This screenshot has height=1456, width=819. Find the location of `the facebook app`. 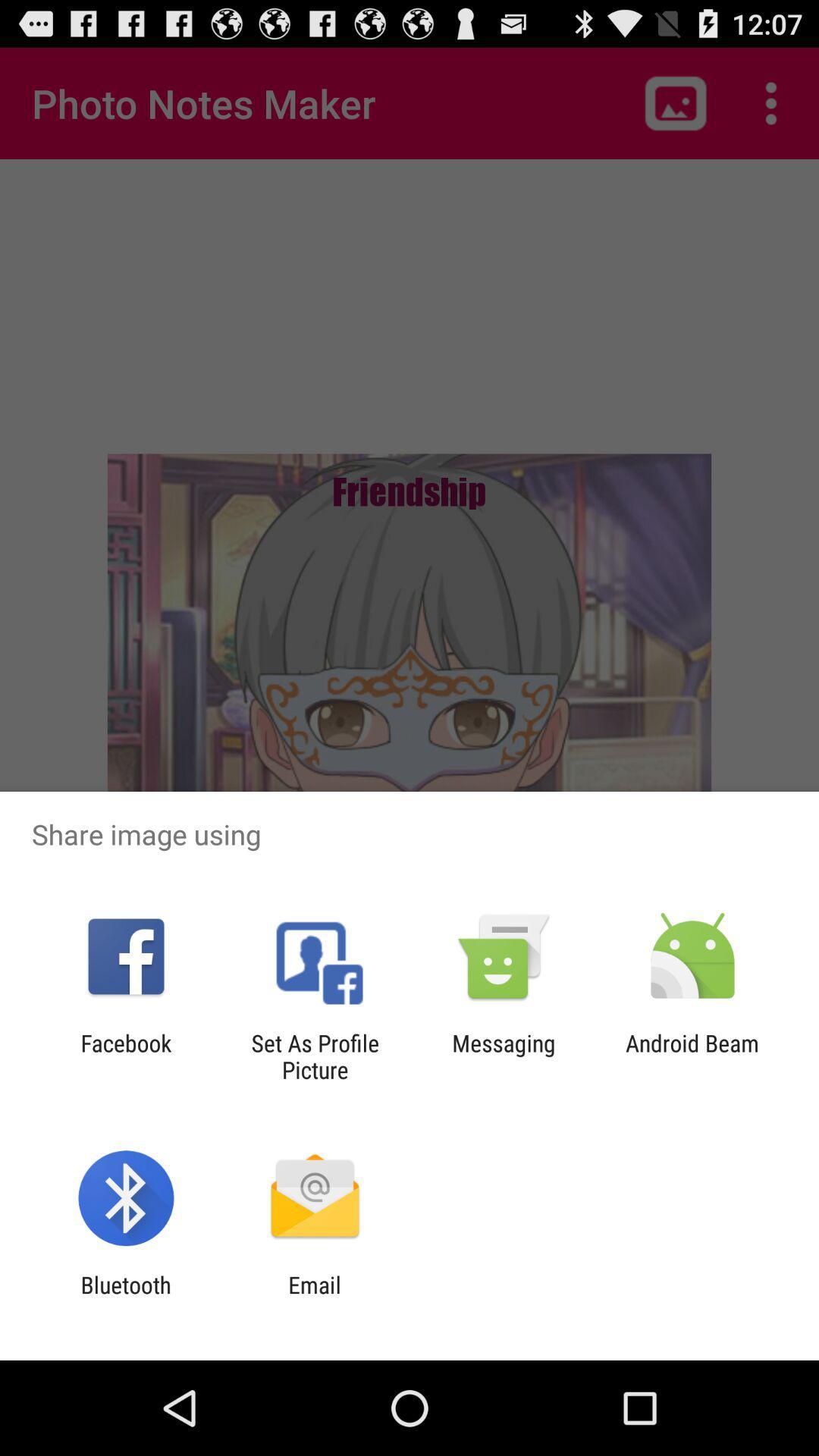

the facebook app is located at coordinates (125, 1056).